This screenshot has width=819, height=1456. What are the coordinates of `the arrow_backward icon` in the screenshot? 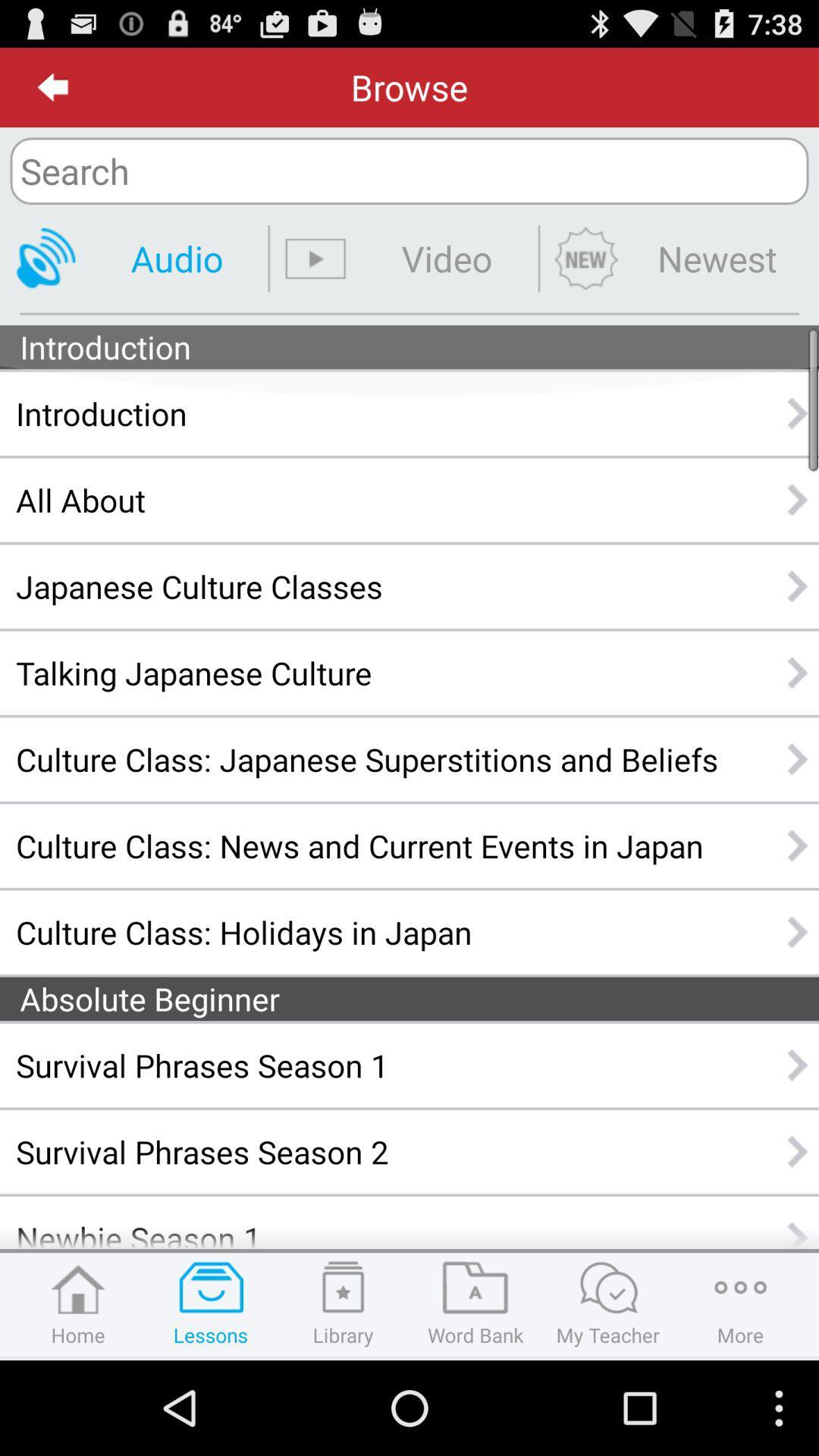 It's located at (52, 93).